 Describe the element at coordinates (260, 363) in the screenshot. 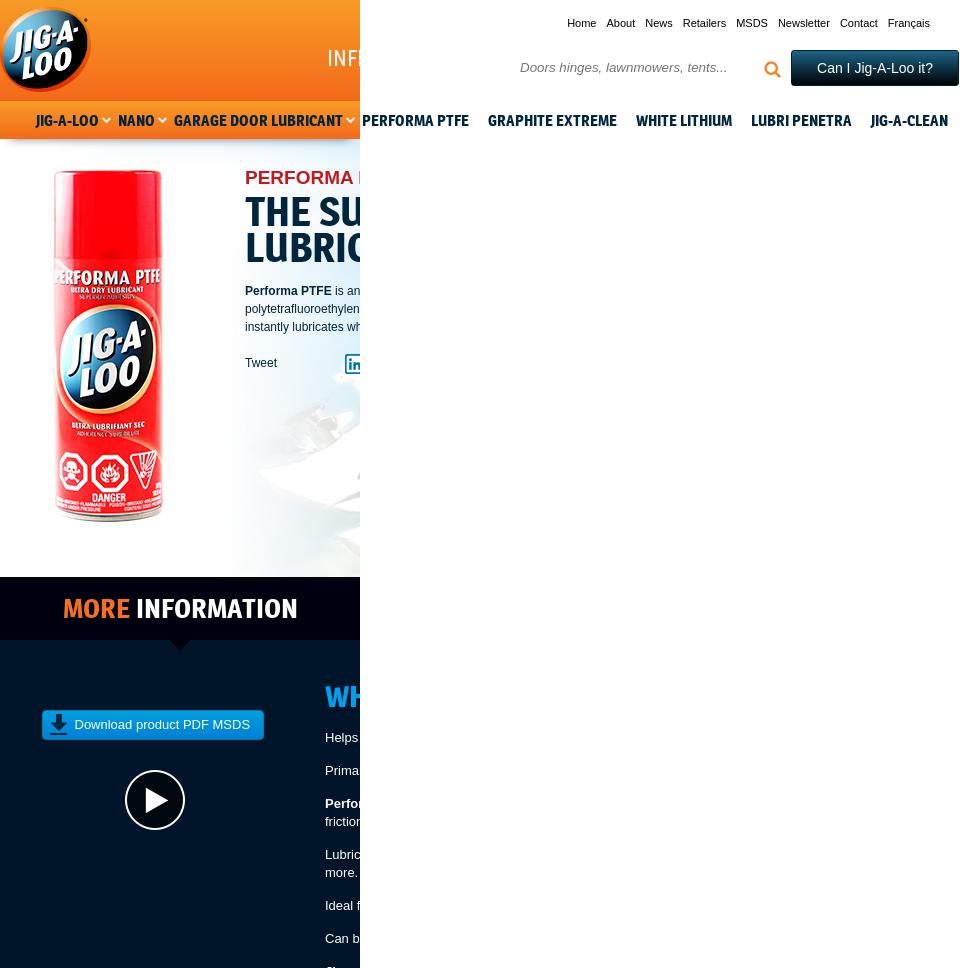

I see `'Tweet'` at that location.